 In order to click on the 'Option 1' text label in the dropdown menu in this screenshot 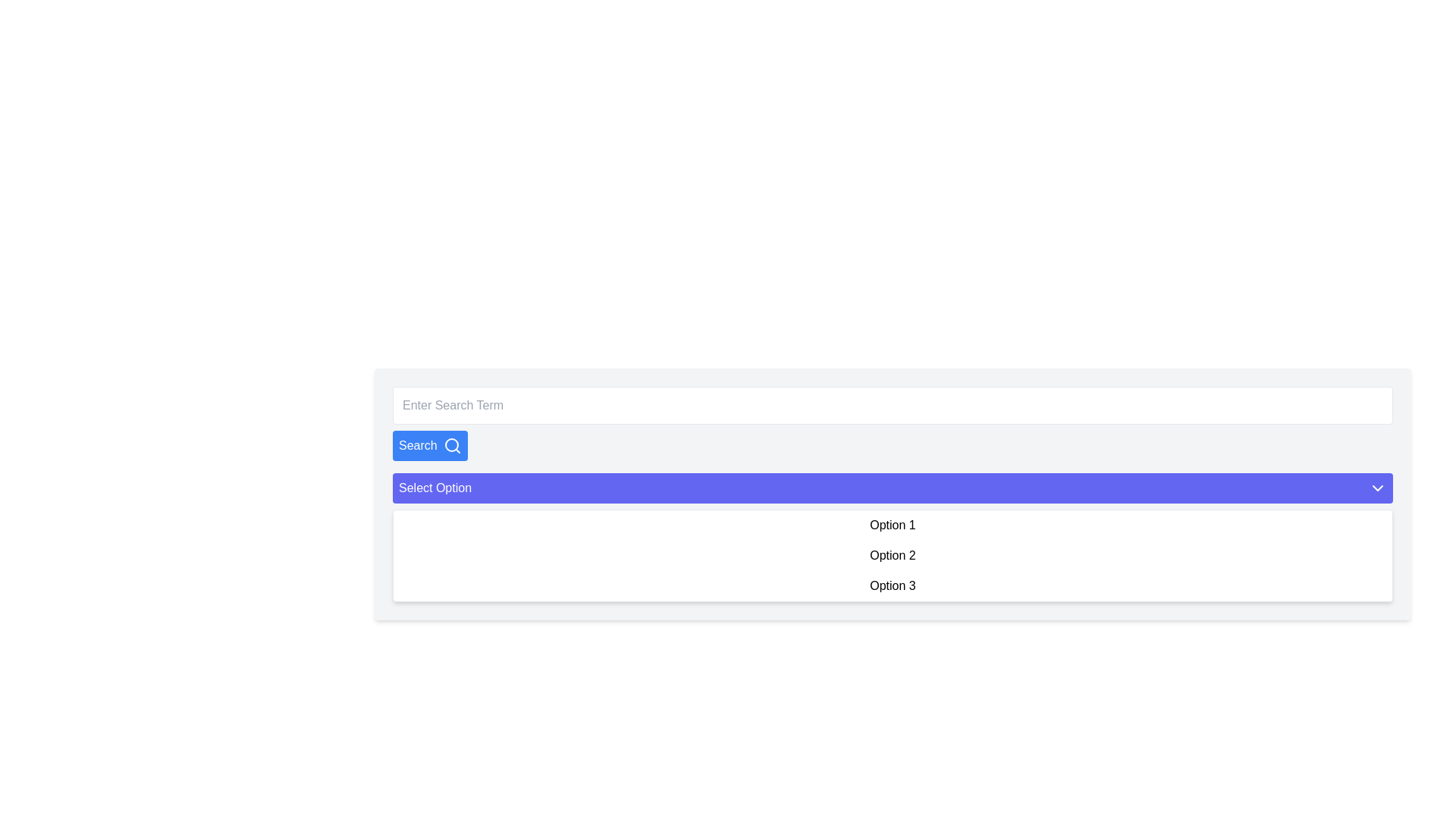, I will do `click(893, 525)`.